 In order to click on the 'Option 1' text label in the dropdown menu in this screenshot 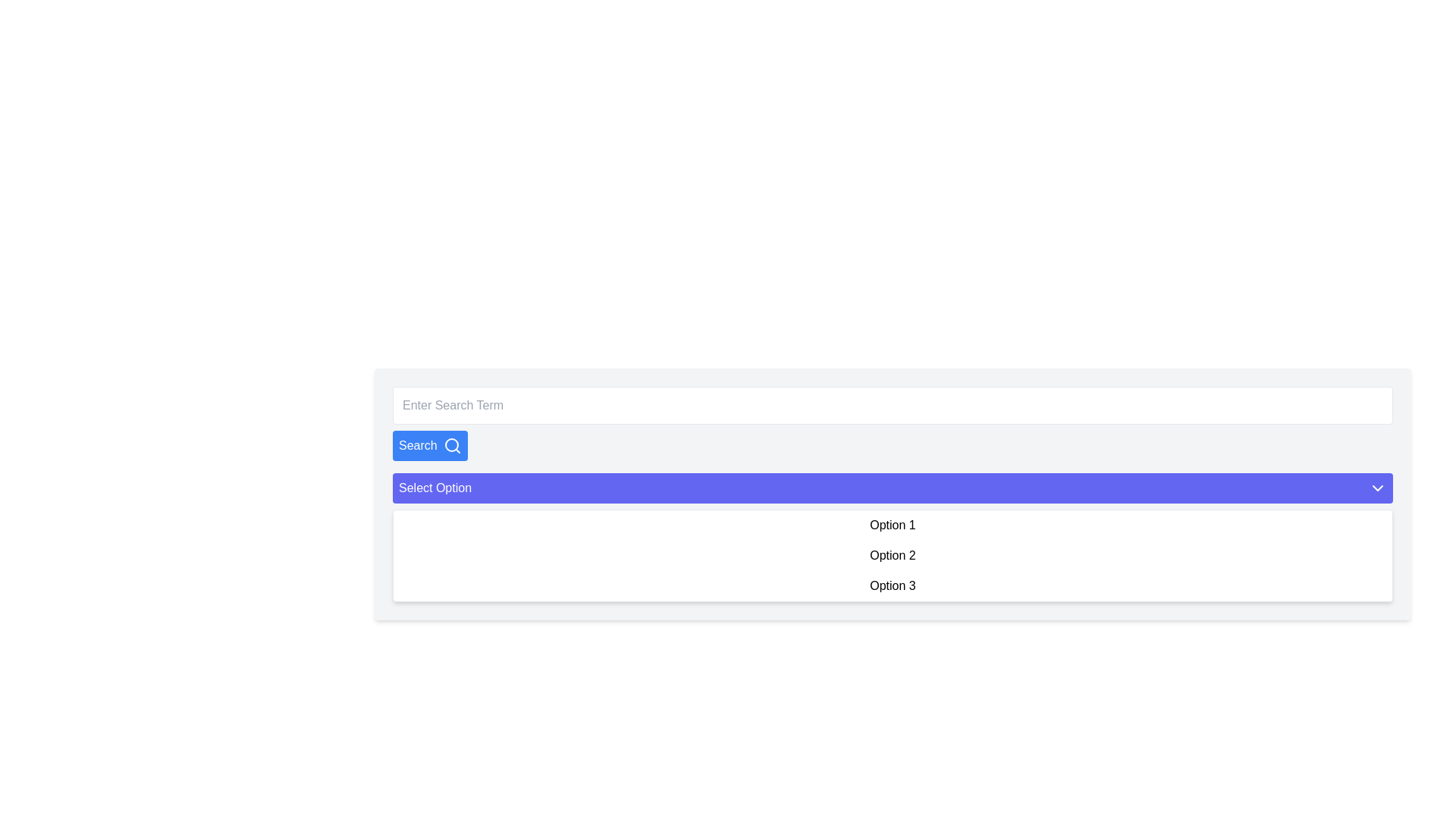, I will do `click(893, 525)`.